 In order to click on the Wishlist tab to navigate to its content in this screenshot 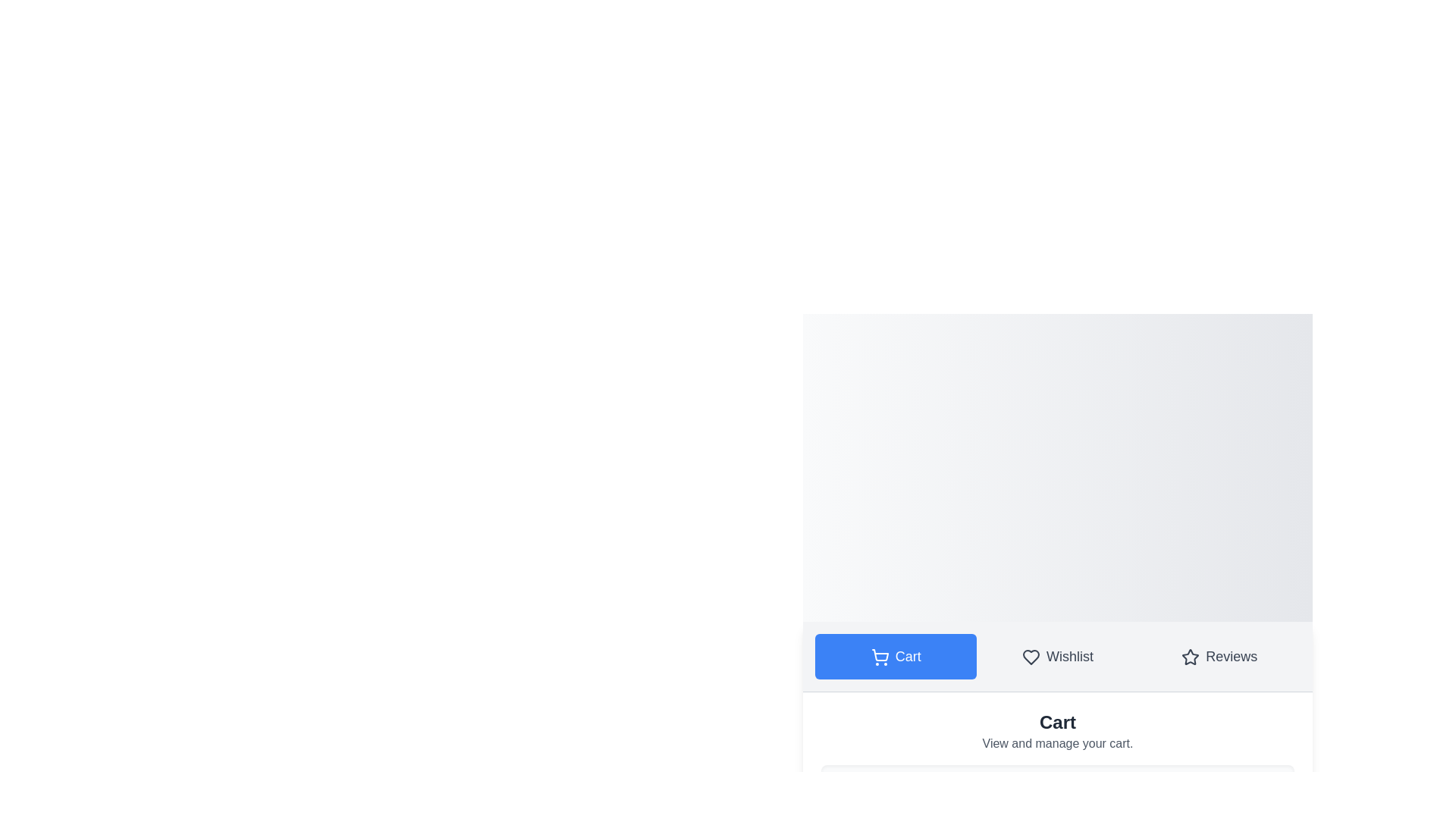, I will do `click(1057, 655)`.